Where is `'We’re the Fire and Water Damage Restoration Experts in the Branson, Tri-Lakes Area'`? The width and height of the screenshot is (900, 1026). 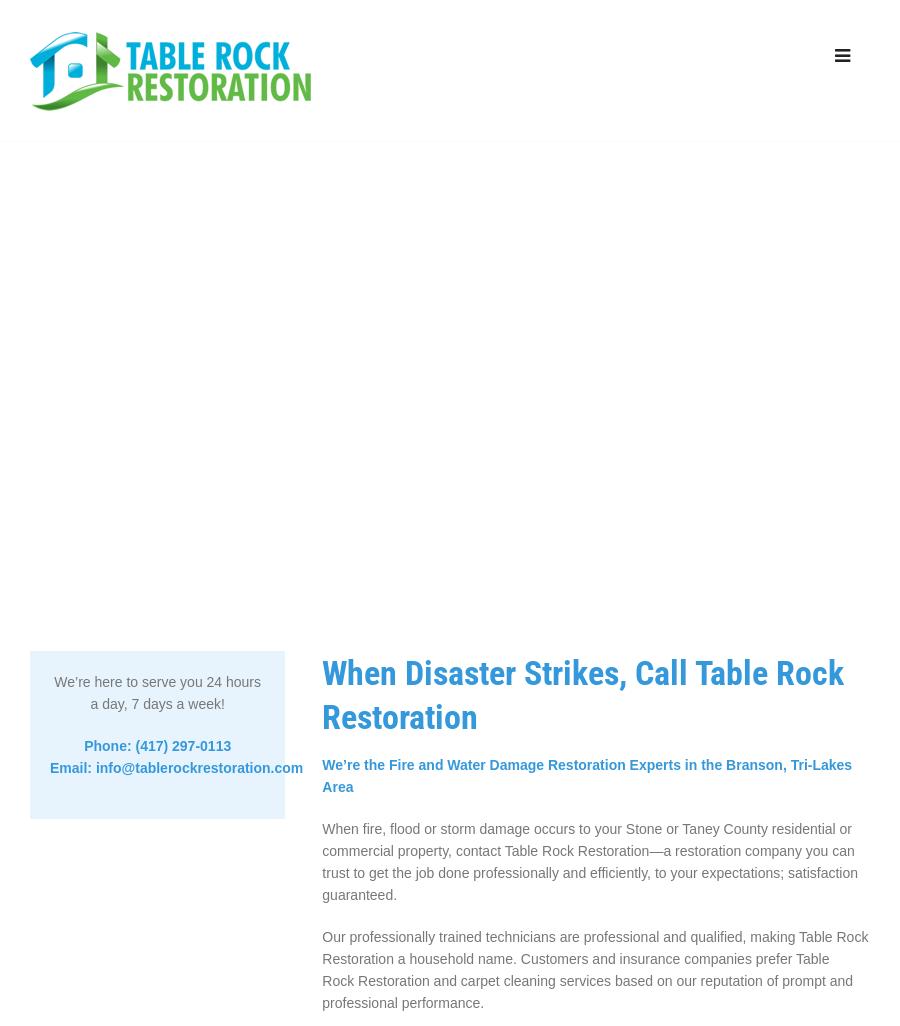 'We’re the Fire and Water Damage Restoration Experts in the Branson, Tri-Lakes Area' is located at coordinates (586, 774).